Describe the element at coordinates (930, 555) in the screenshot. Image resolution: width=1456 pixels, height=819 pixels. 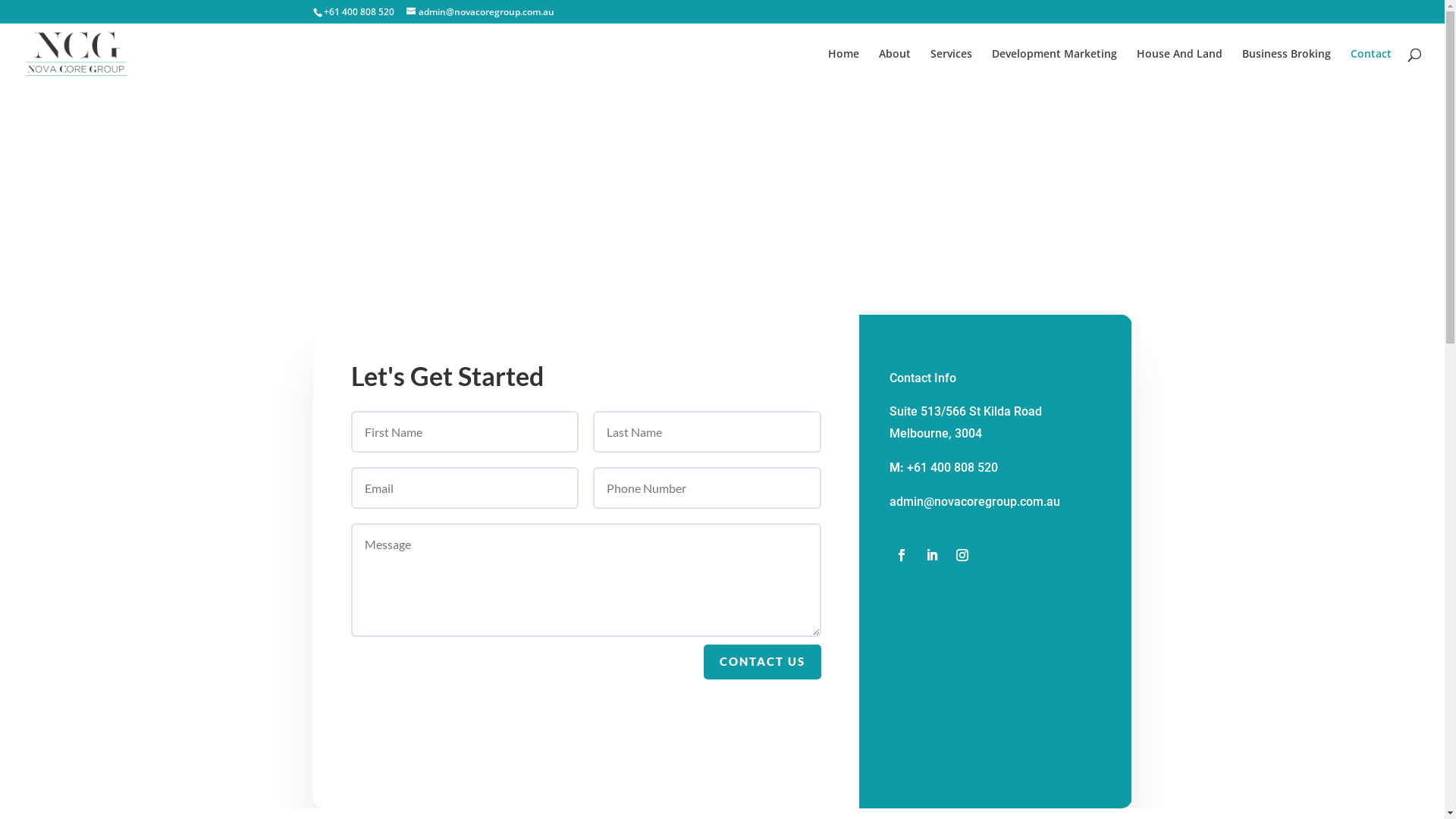
I see `'Follow on LinkedIn'` at that location.